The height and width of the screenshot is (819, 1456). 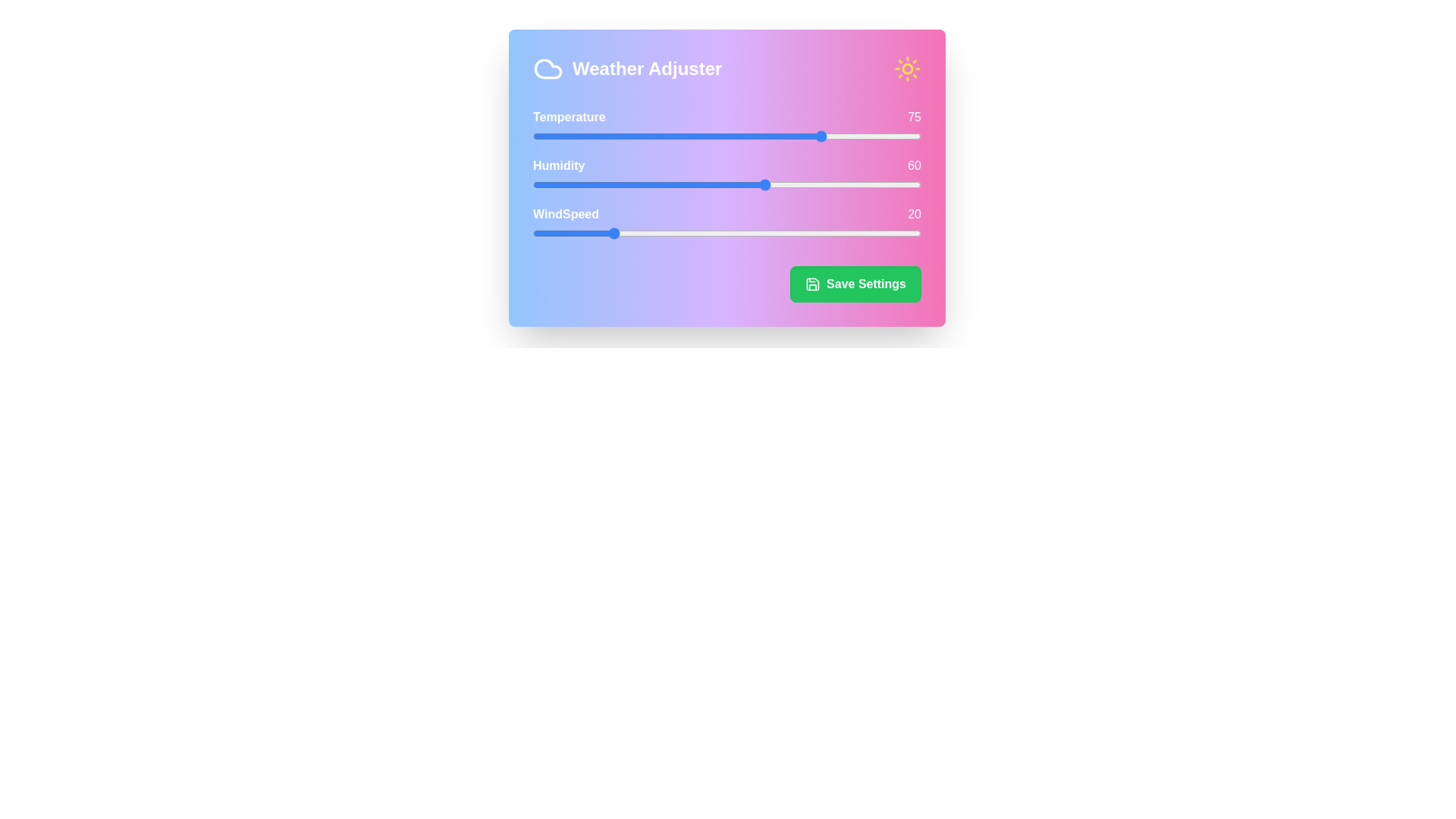 I want to click on the wind speed, so click(x=566, y=234).